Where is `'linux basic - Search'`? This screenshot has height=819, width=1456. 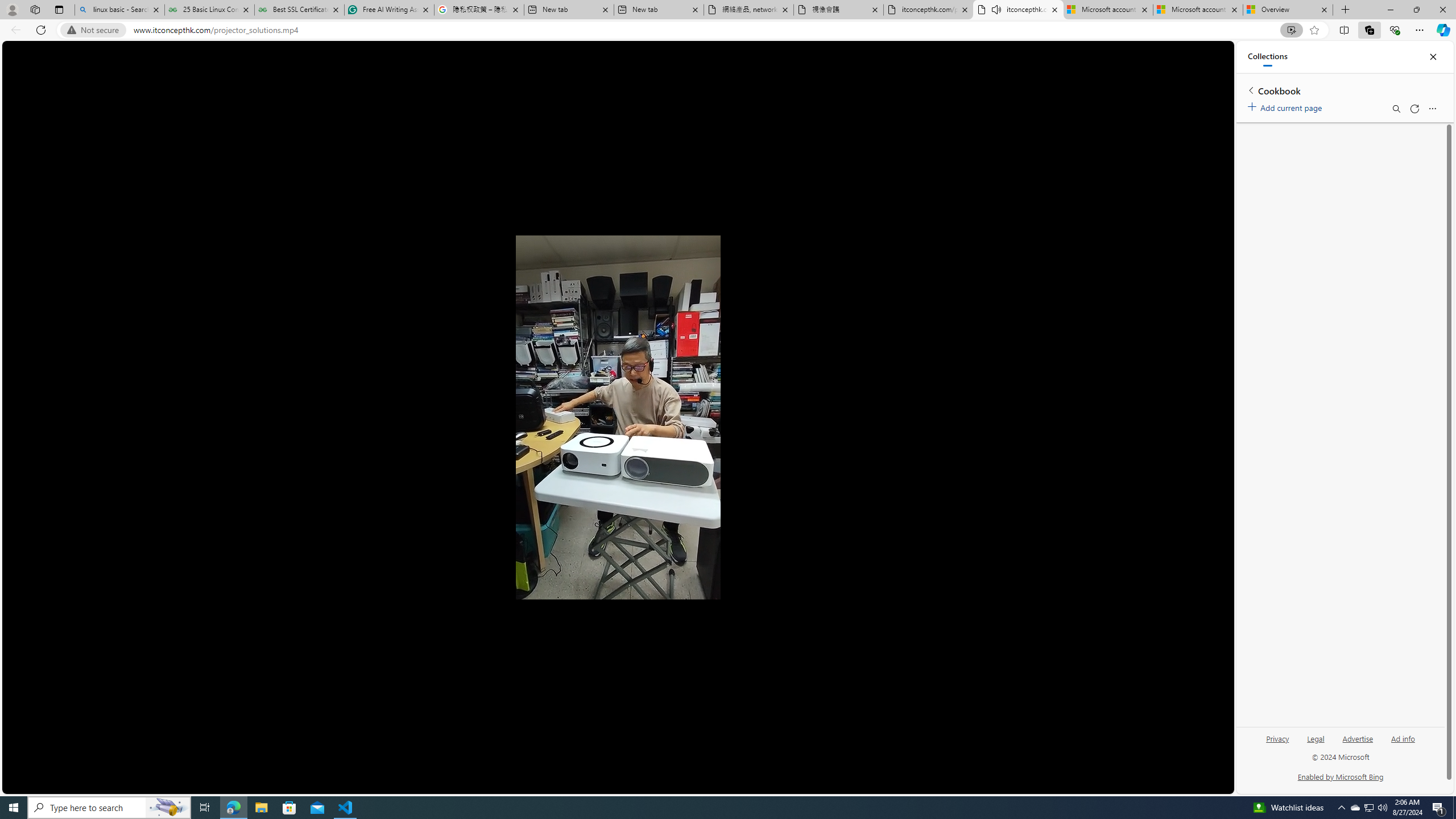
'linux basic - Search' is located at coordinates (118, 9).